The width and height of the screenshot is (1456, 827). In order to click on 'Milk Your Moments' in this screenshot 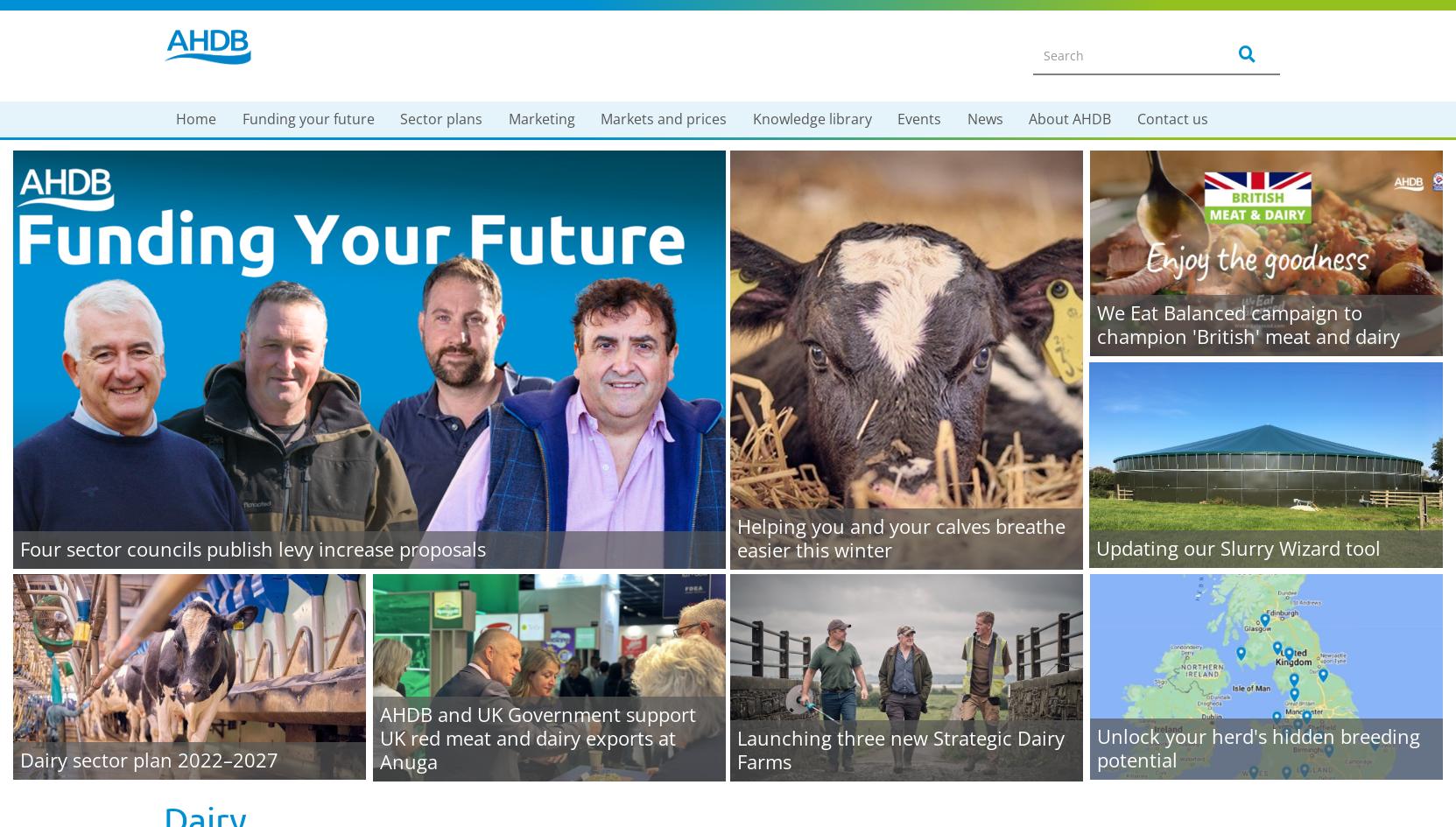, I will do `click(264, 192)`.